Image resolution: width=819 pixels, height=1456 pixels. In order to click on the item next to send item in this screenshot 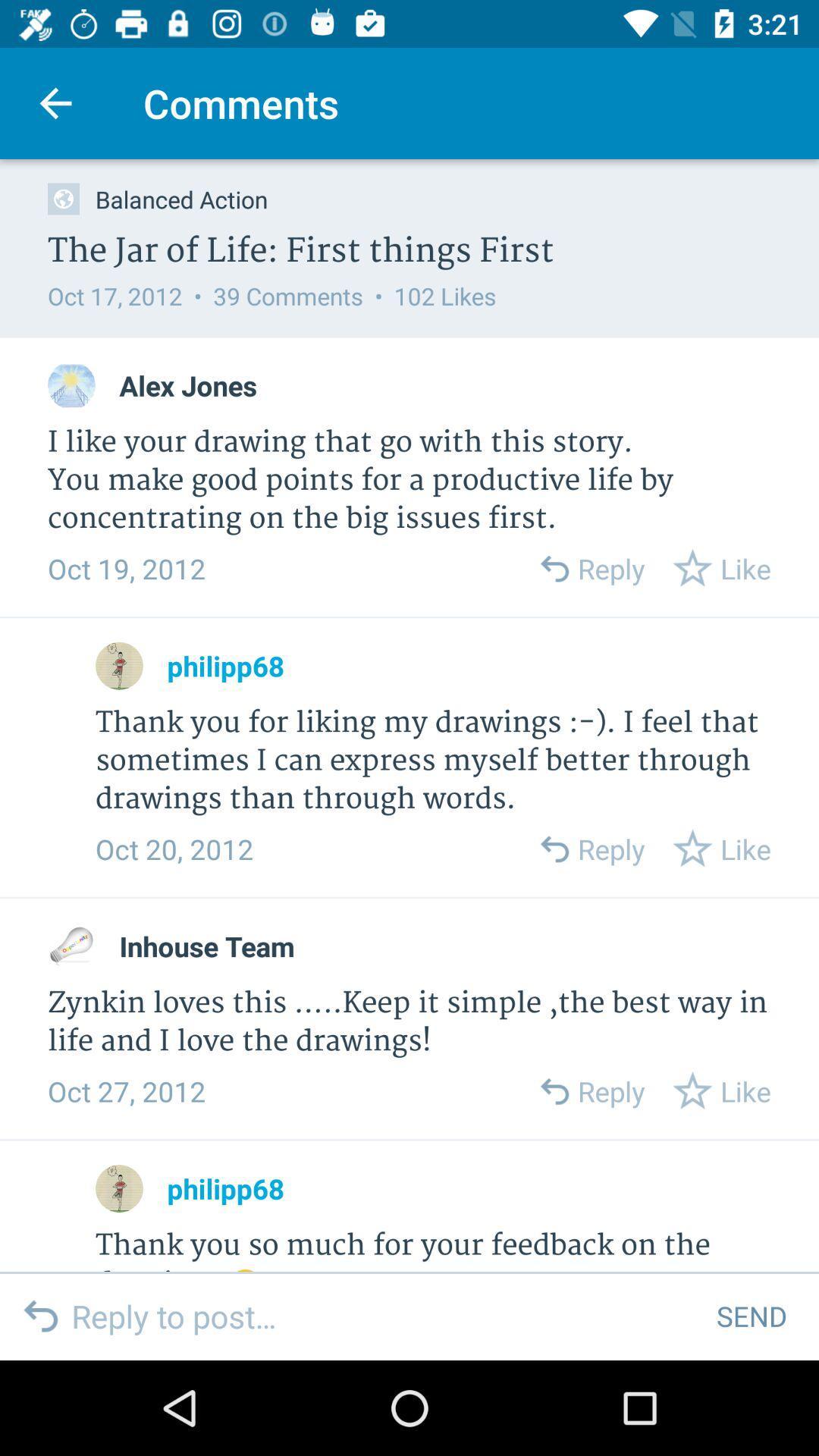, I will do `click(381, 1315)`.